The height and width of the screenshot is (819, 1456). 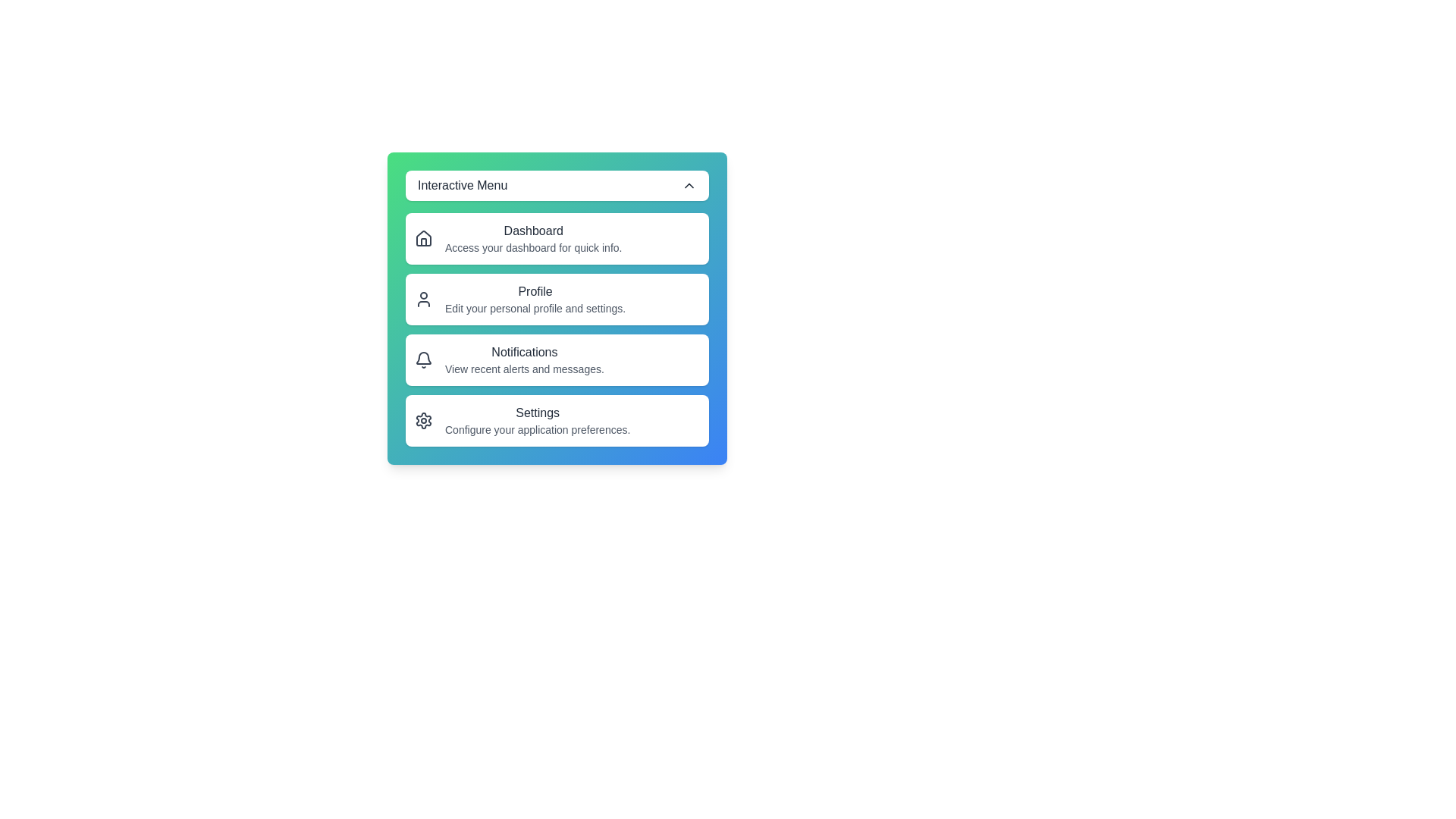 I want to click on the icon corresponding to Dashboard to indicate the action, so click(x=423, y=239).